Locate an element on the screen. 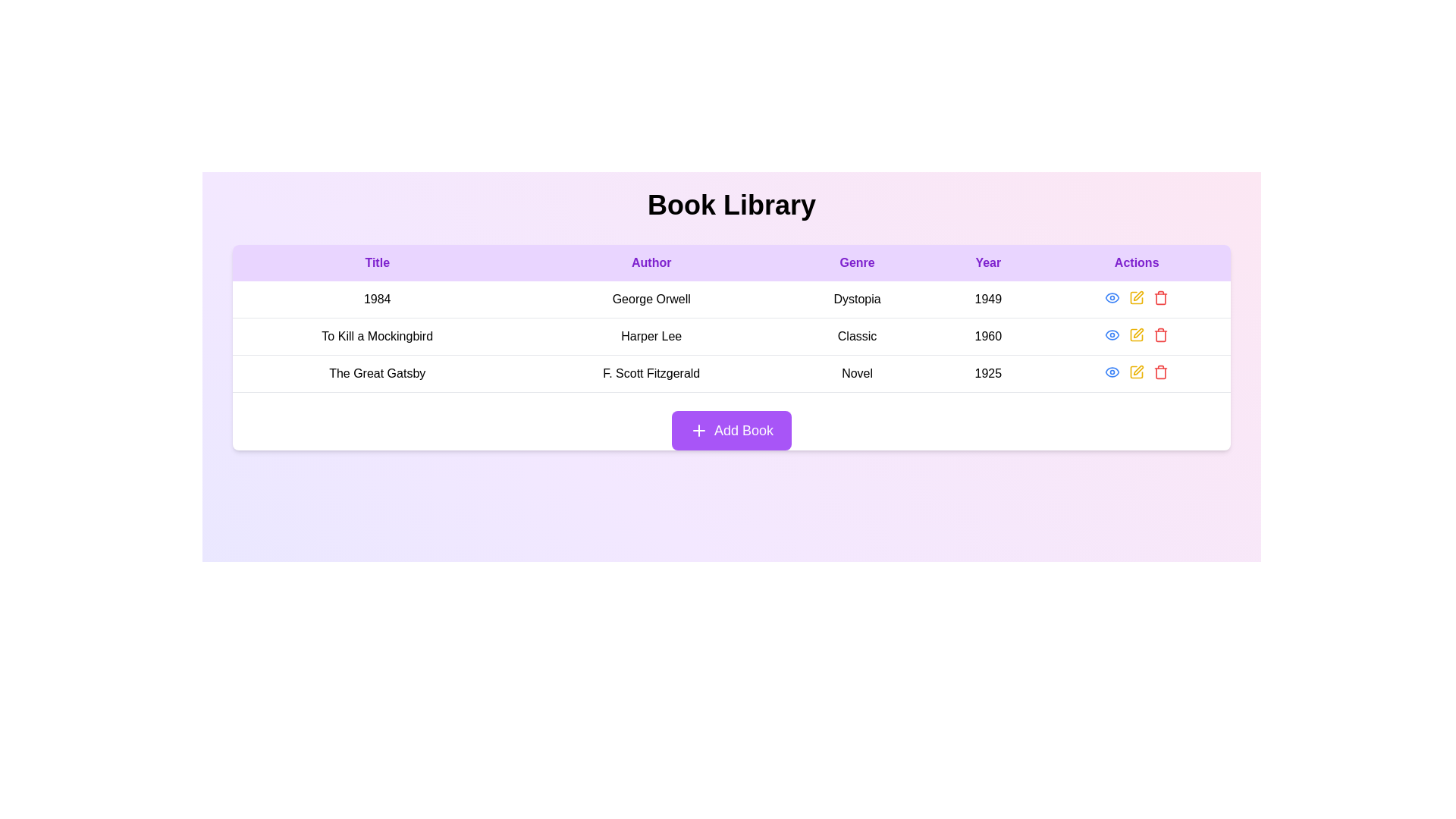 Image resolution: width=1456 pixels, height=819 pixels. the trash can icon in the actions column of the last row is located at coordinates (1160, 299).